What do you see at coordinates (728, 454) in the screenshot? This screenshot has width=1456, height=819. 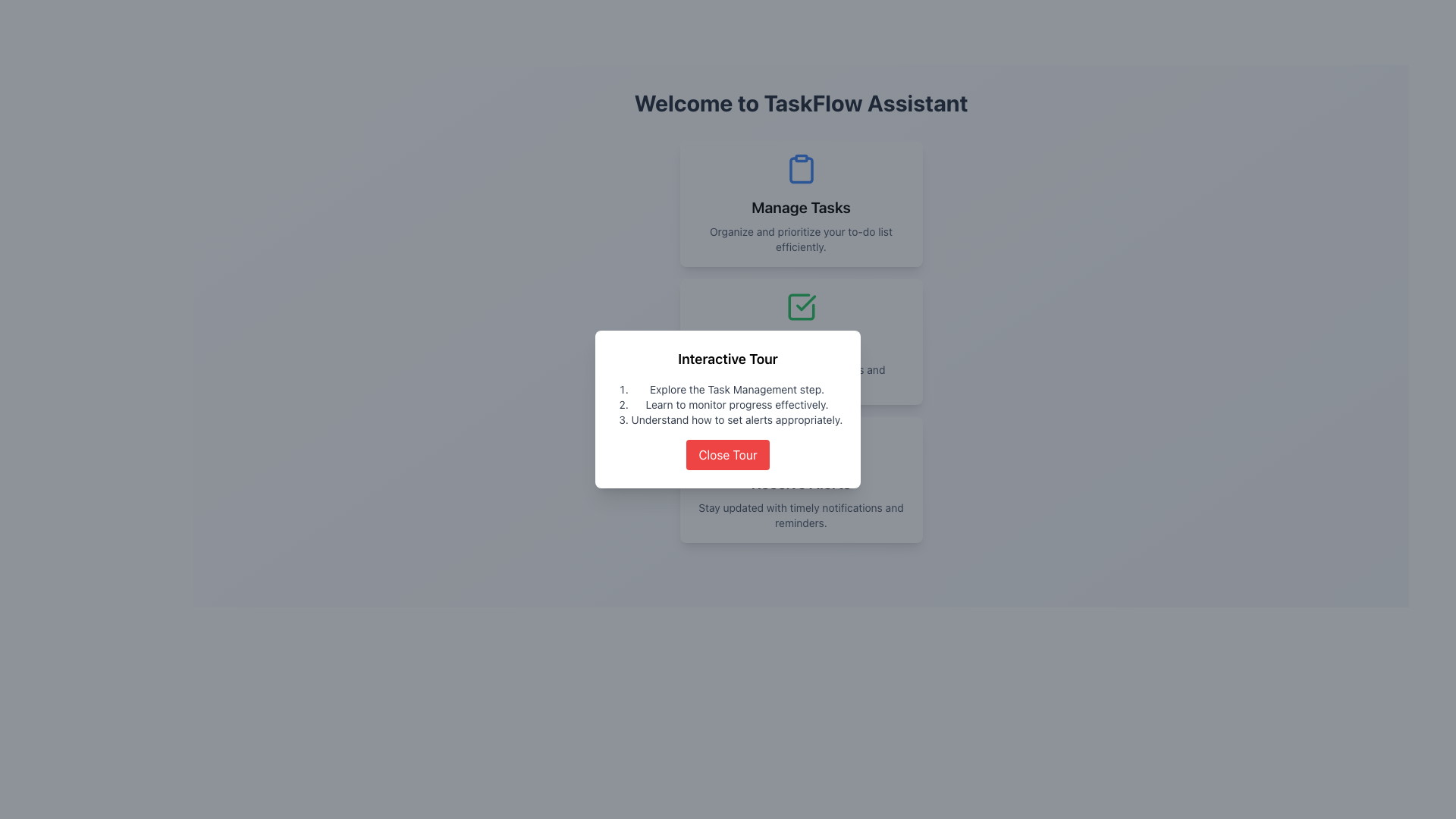 I see `the close button located at the bottom center of the modal dialog to terminate the interactive tour` at bounding box center [728, 454].